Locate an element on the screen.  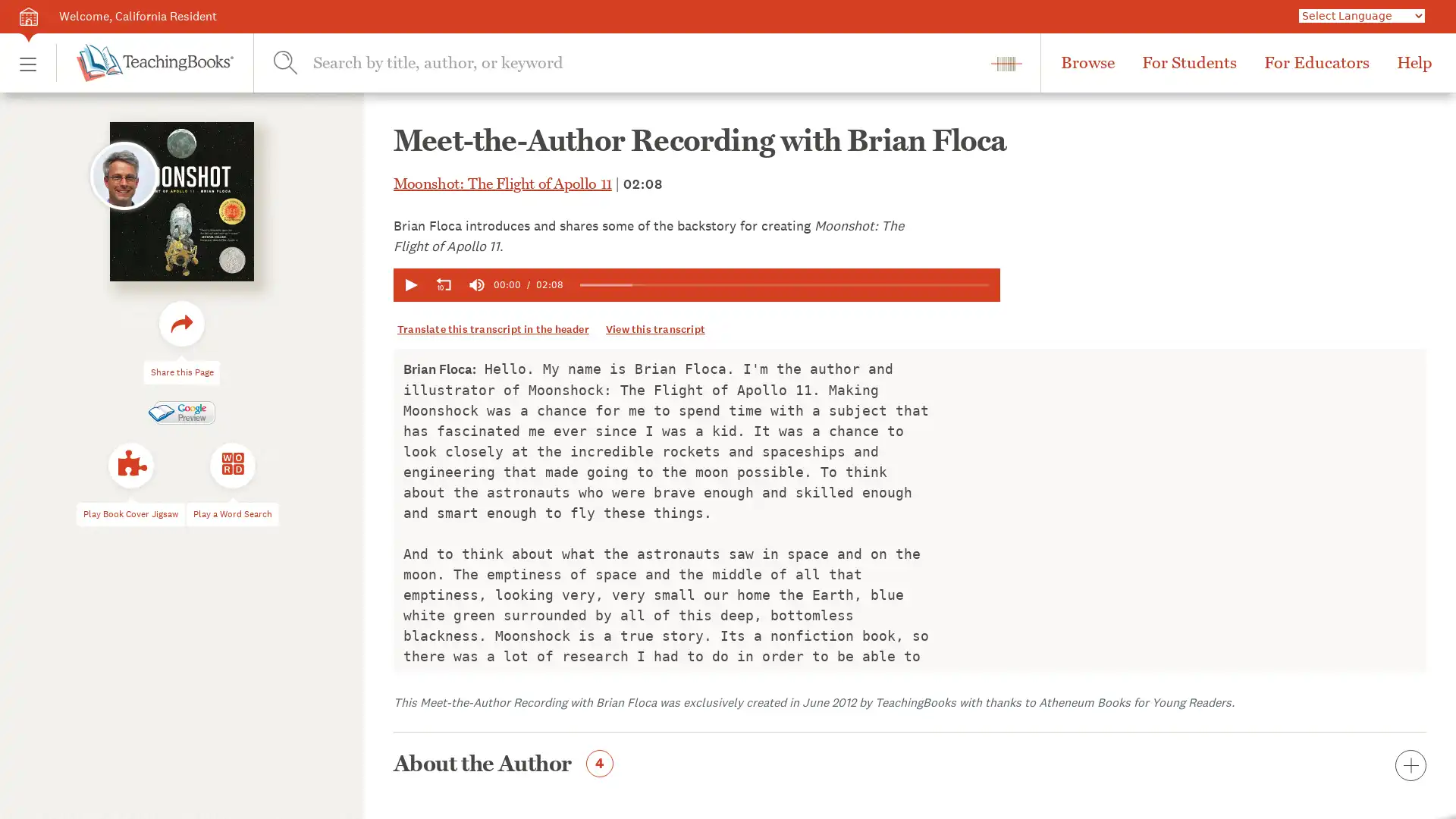
About the Author 4 is located at coordinates (910, 766).